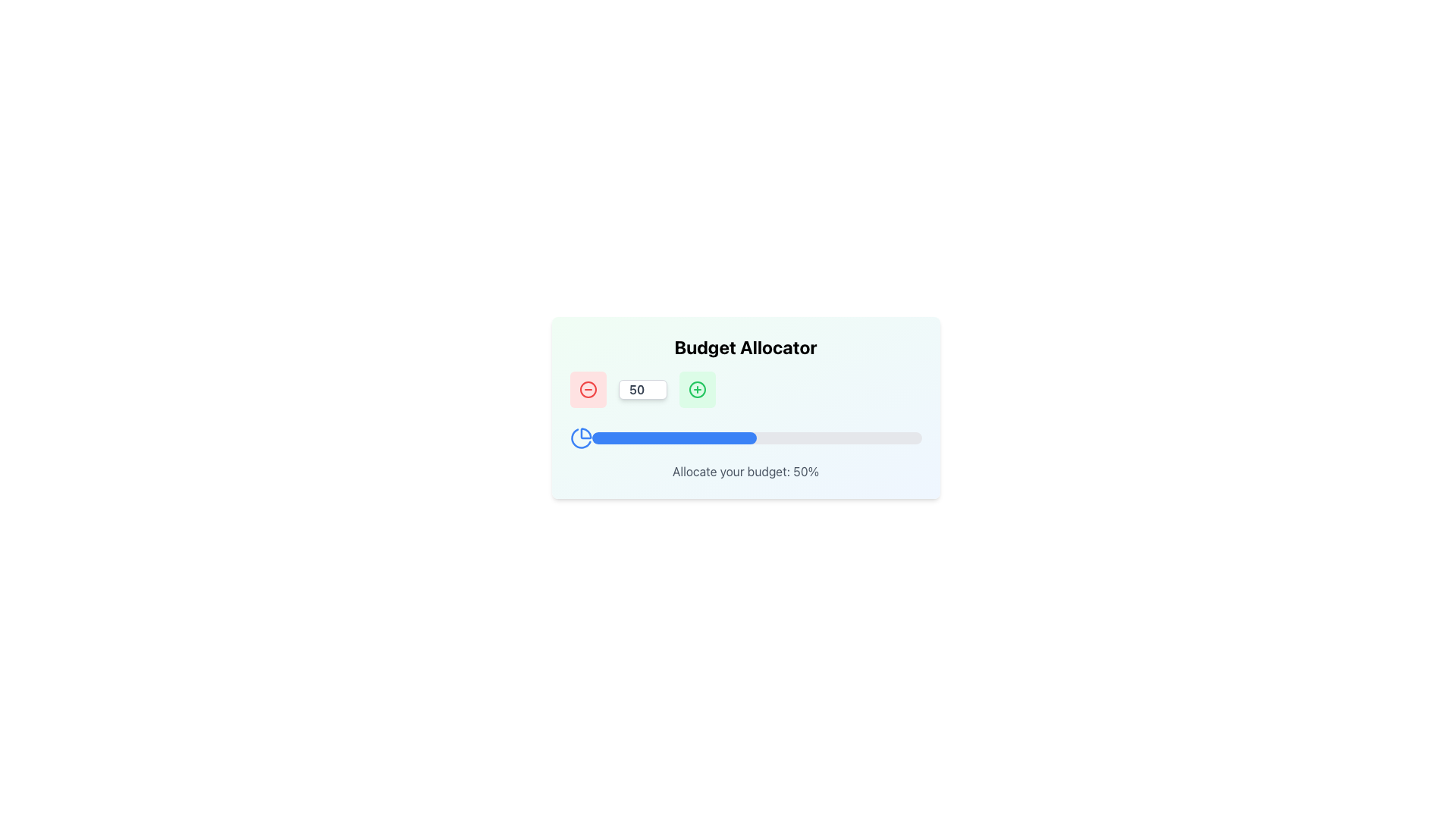 This screenshot has width=1456, height=819. What do you see at coordinates (757, 438) in the screenshot?
I see `the horizontal progress bar styled with a light gray rounded track and a blue filled portion indicating 50% progress, located below the title 'Budget Allocator'` at bounding box center [757, 438].